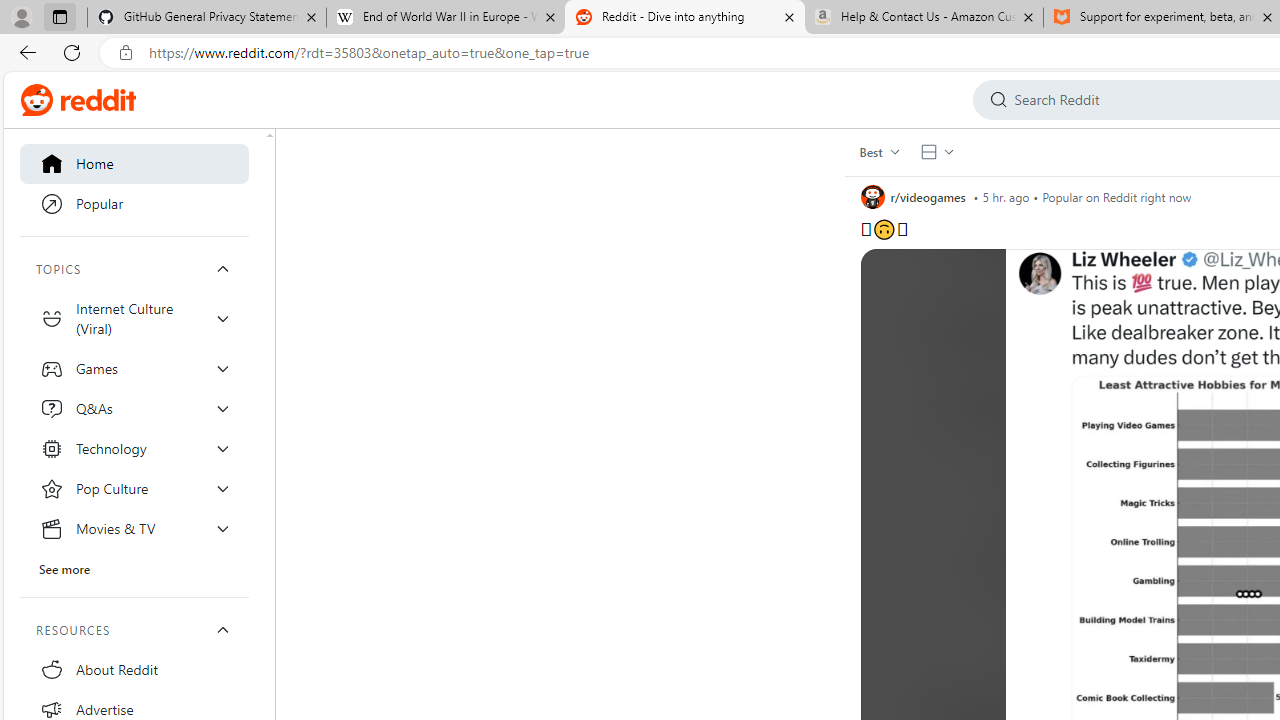 This screenshot has width=1280, height=720. I want to click on 'Pop Culture', so click(134, 488).